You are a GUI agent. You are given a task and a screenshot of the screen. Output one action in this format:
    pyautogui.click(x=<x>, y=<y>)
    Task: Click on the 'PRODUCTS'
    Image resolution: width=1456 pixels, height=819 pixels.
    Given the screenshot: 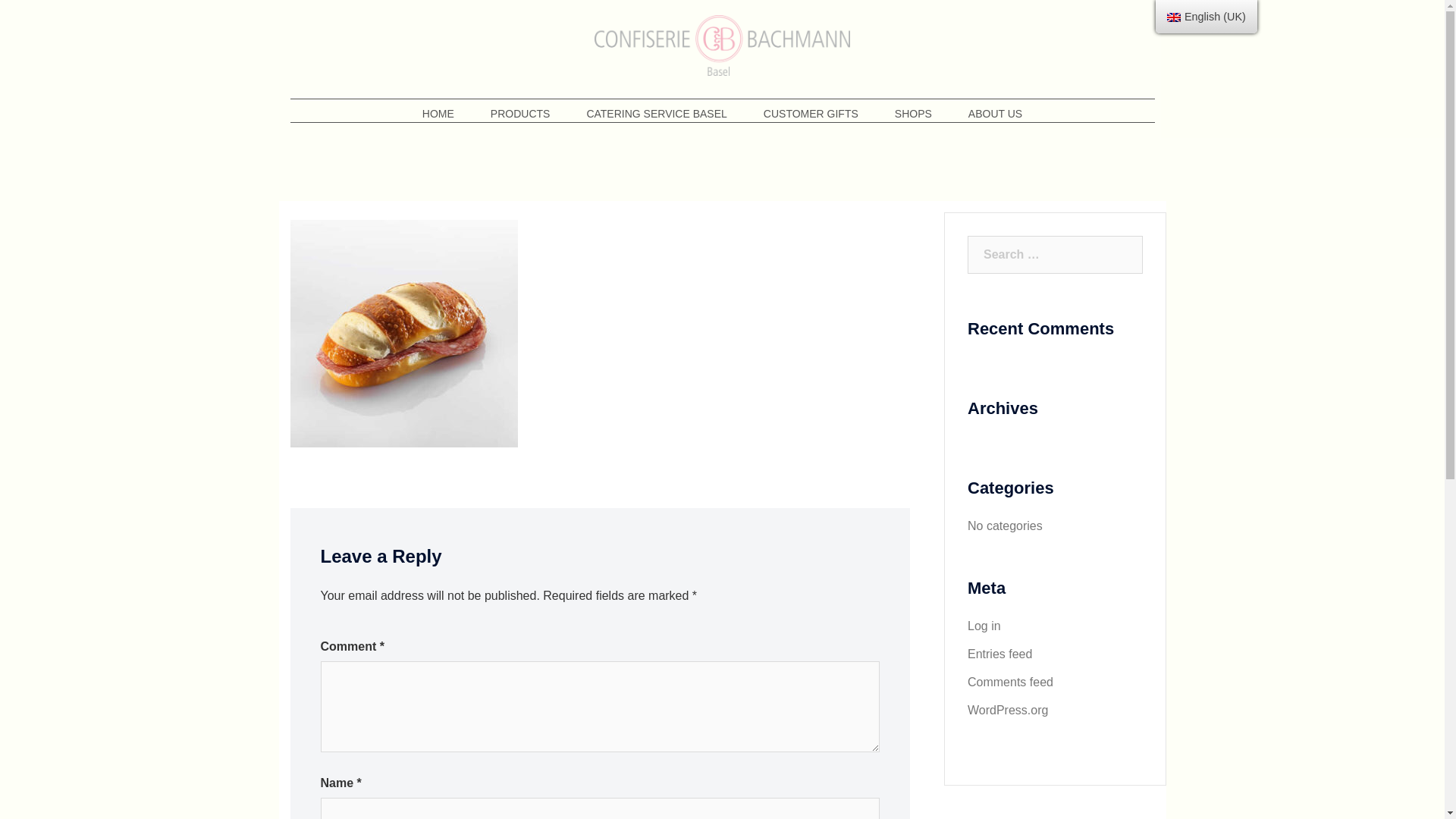 What is the action you would take?
    pyautogui.click(x=520, y=113)
    